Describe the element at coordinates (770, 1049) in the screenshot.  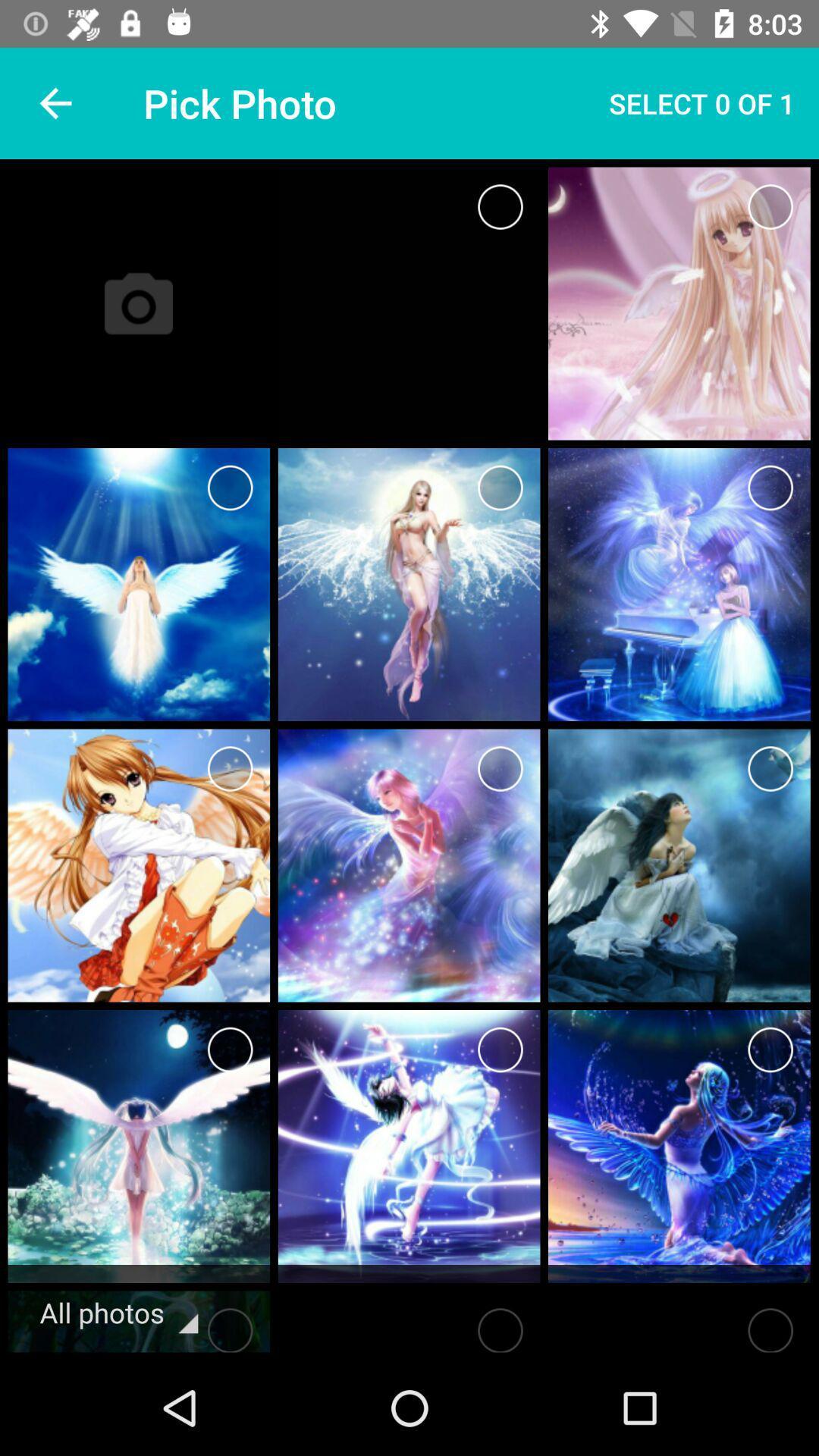
I see `photo` at that location.